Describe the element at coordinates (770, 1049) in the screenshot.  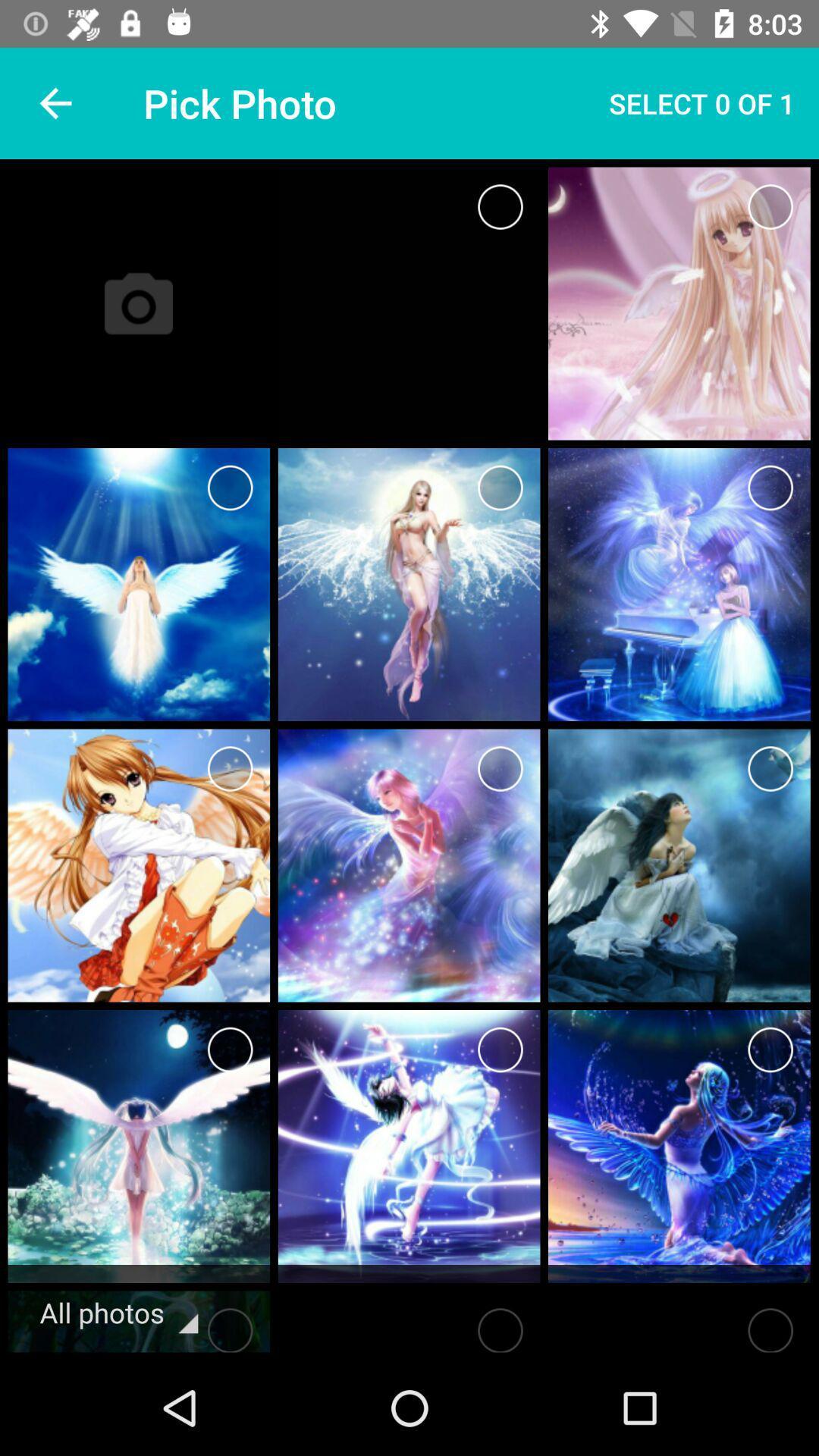
I see `photo` at that location.